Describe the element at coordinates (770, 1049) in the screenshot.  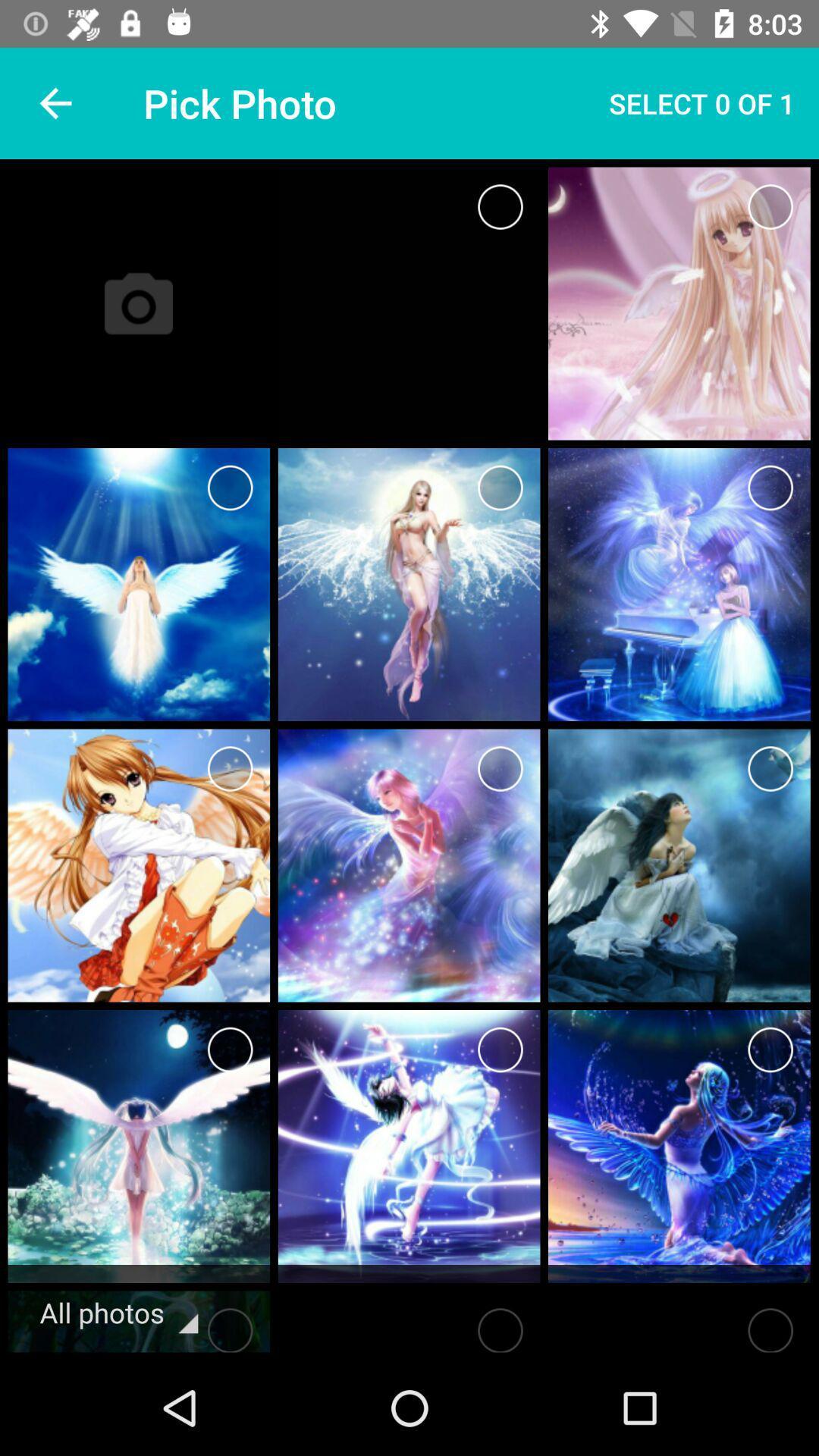
I see `photo` at that location.